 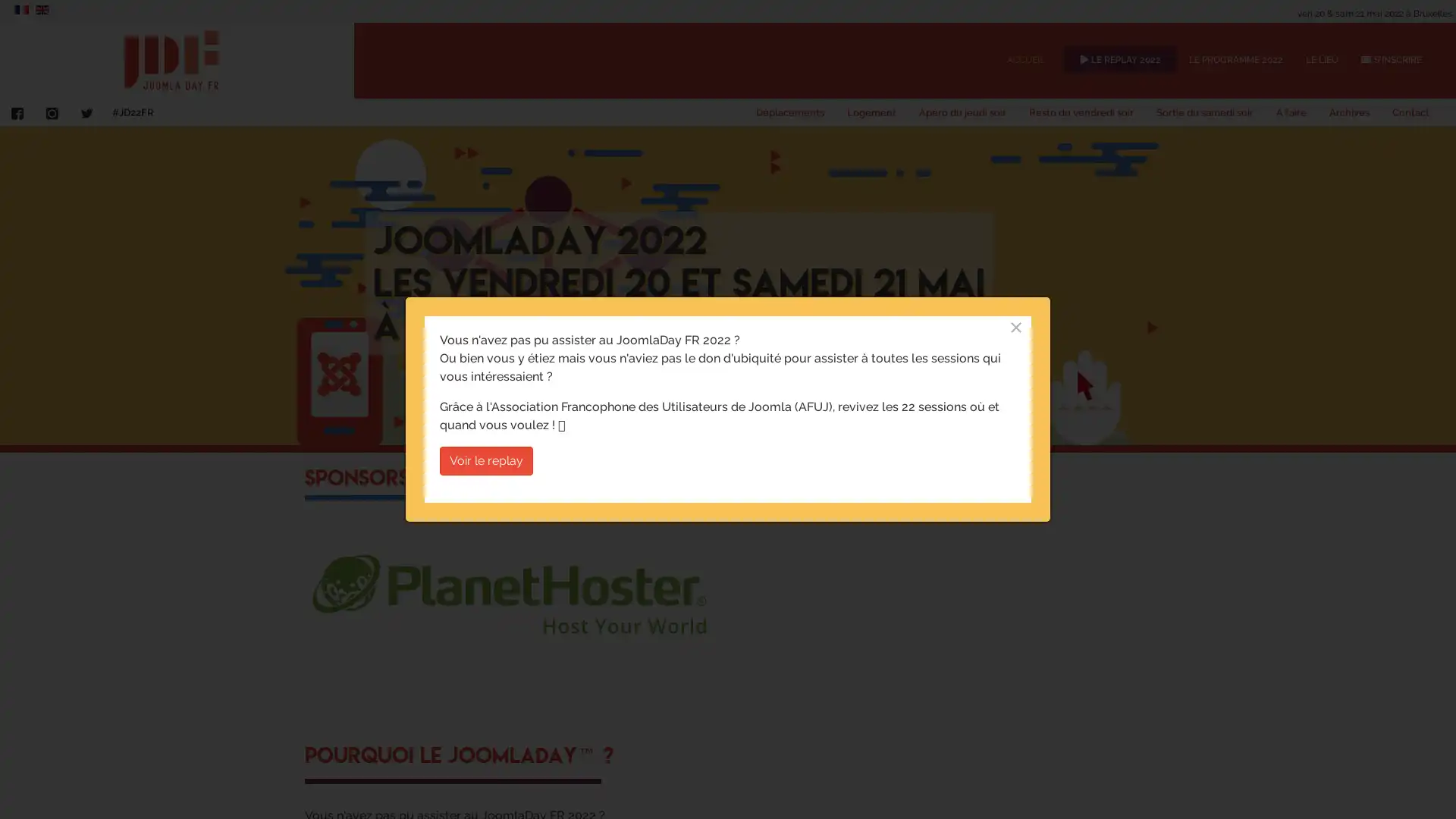 I want to click on Close, so click(x=1015, y=326).